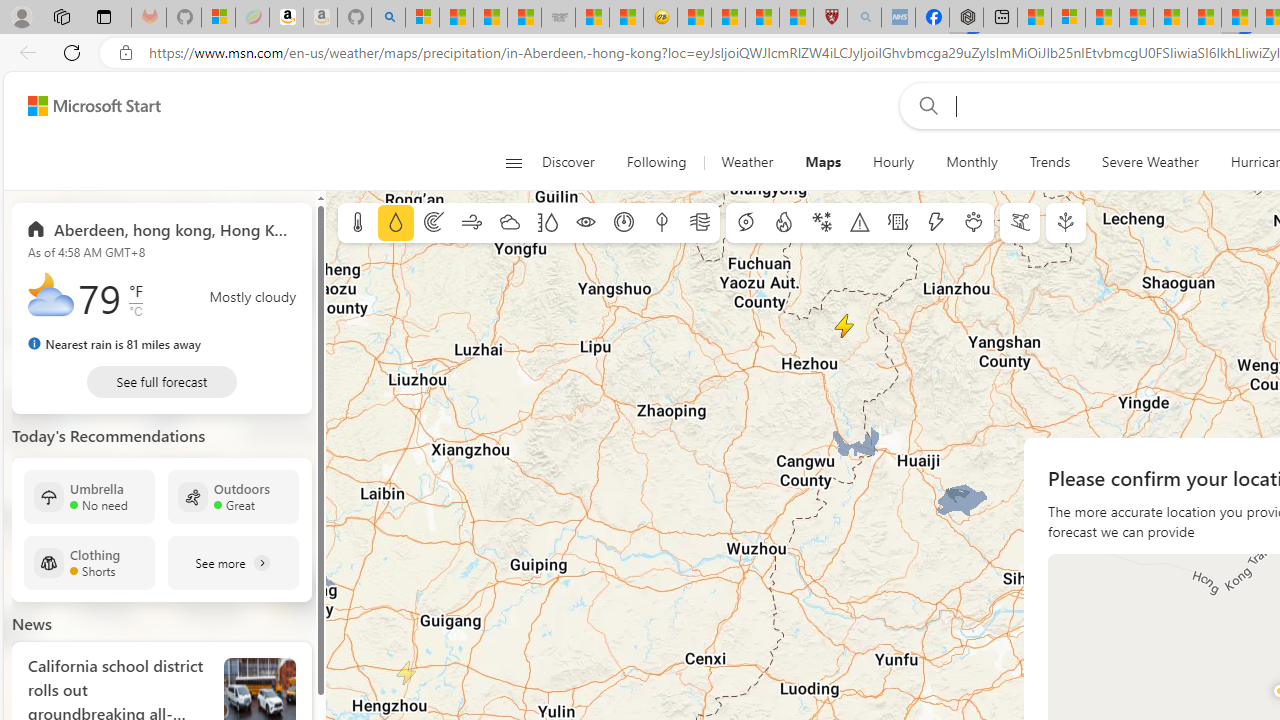  Describe the element at coordinates (897, 17) in the screenshot. I see `'NCL Adult Asthma Inhaler Choice Guideline - Sleeping'` at that location.